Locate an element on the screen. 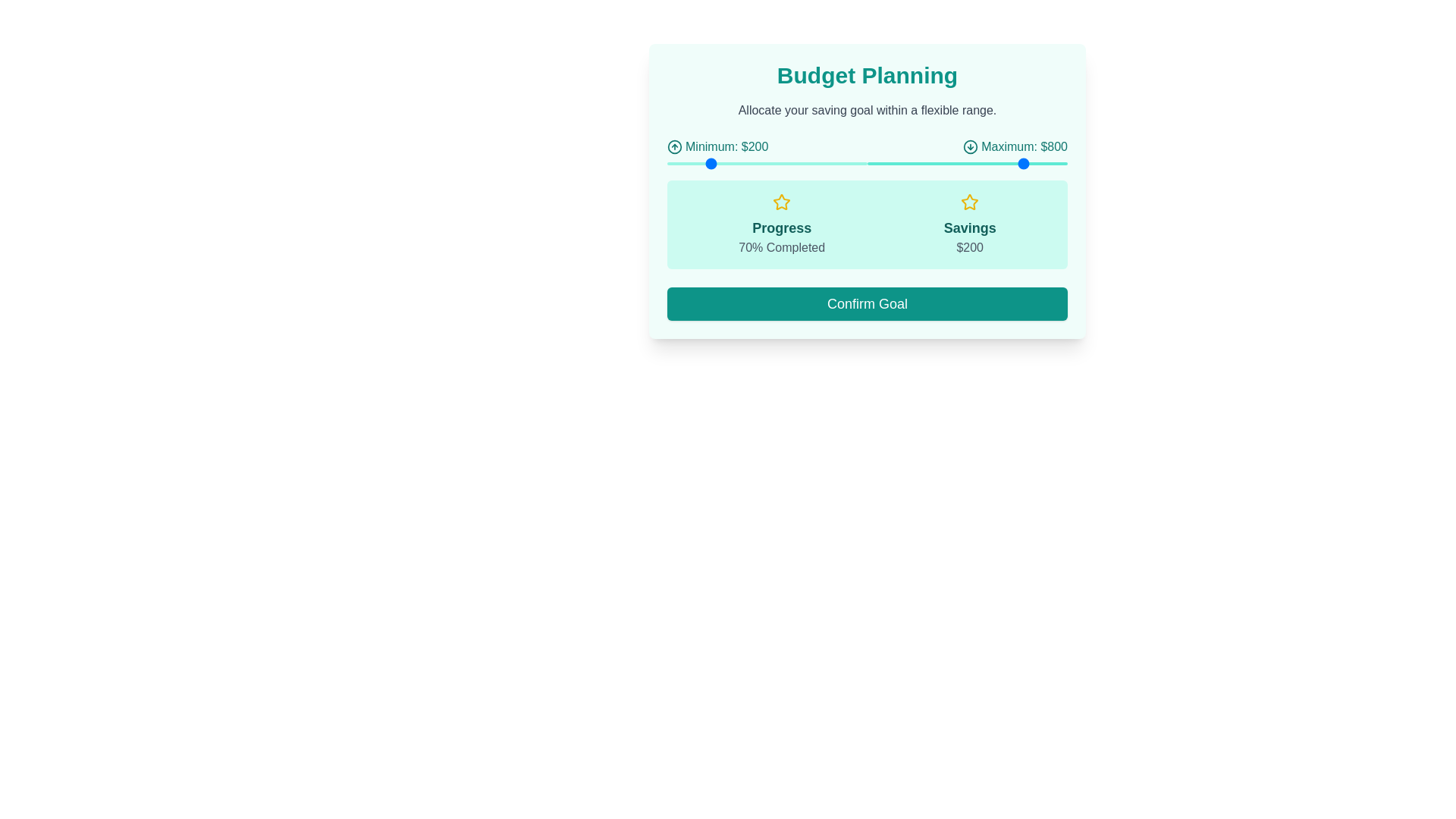  the slider is located at coordinates (974, 164).